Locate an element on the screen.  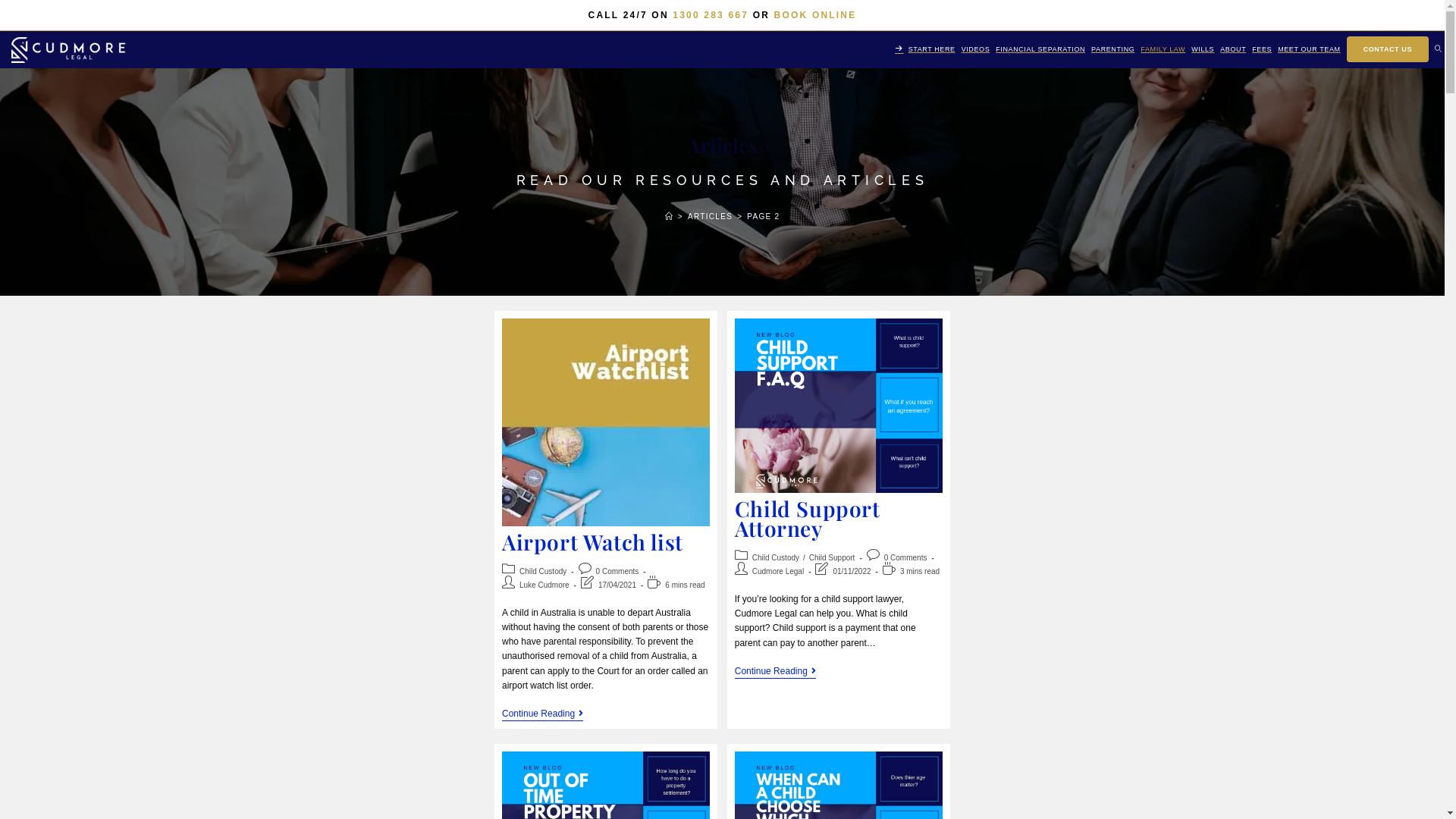
'PARENTING' is located at coordinates (1112, 49).